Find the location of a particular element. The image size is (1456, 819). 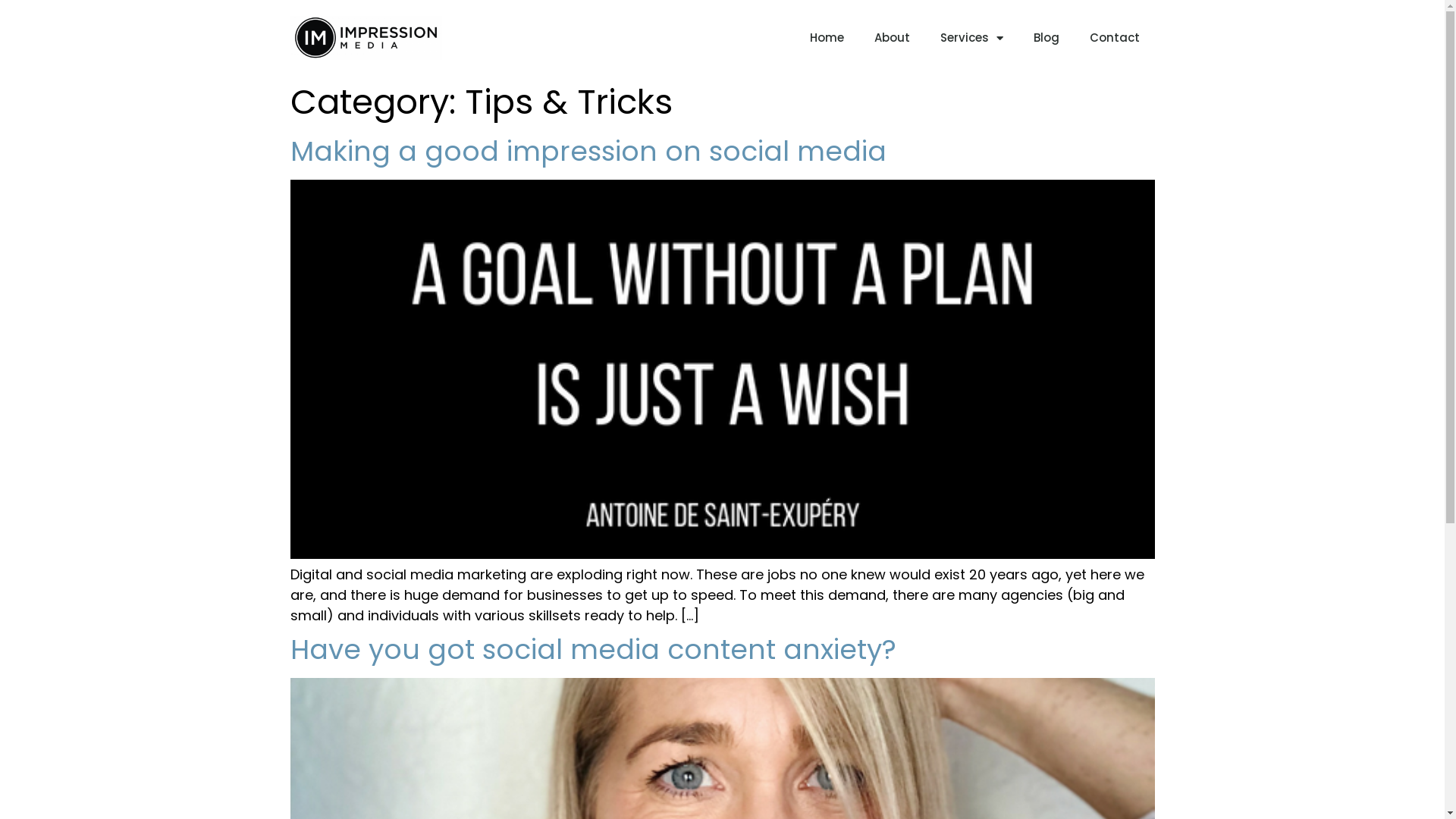

'About' is located at coordinates (891, 37).